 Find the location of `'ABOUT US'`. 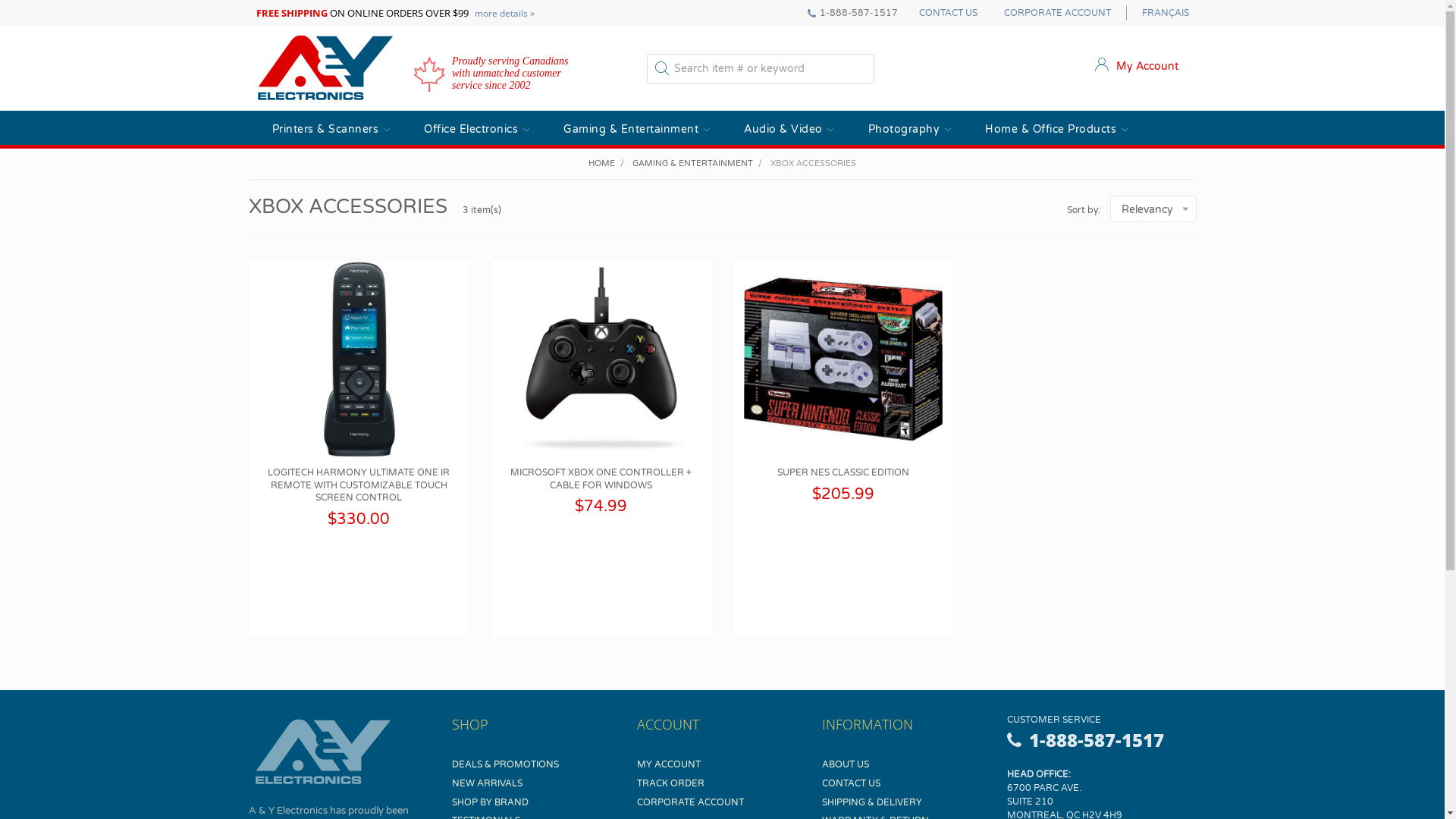

'ABOUT US' is located at coordinates (844, 764).